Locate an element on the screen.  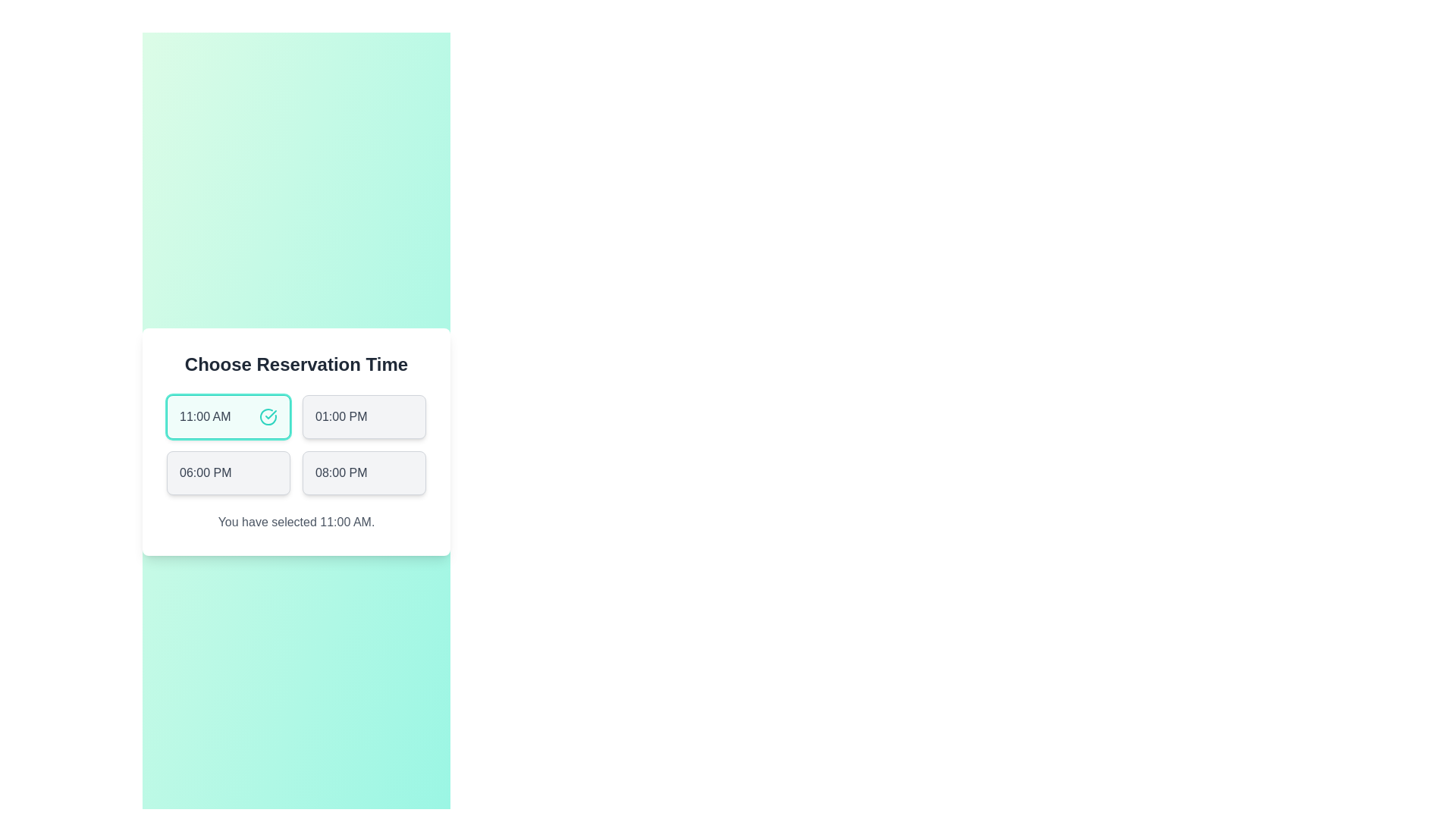
the highlighted cell in the grid layout is located at coordinates (296, 444).